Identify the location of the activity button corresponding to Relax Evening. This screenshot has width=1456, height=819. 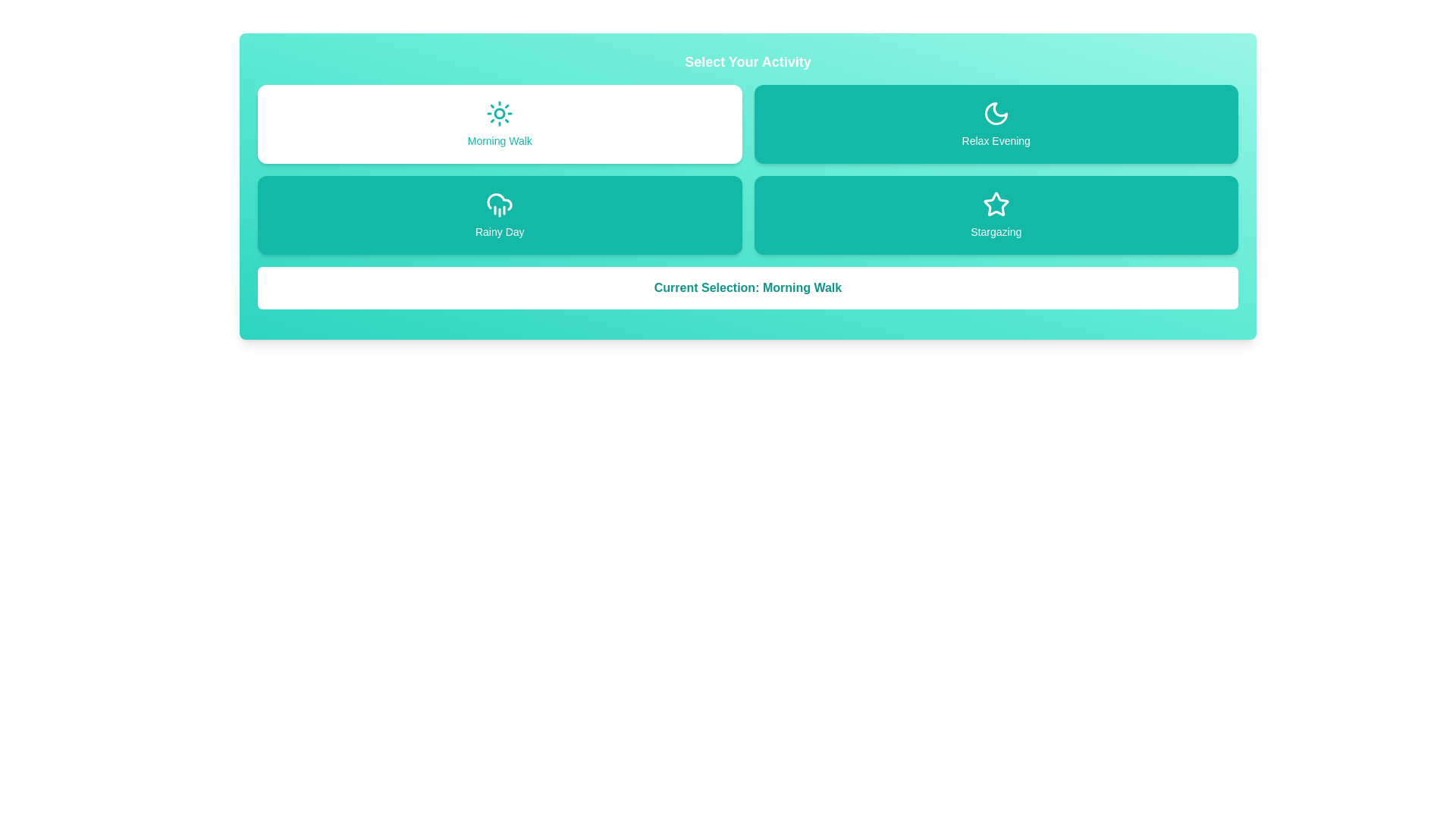
(996, 124).